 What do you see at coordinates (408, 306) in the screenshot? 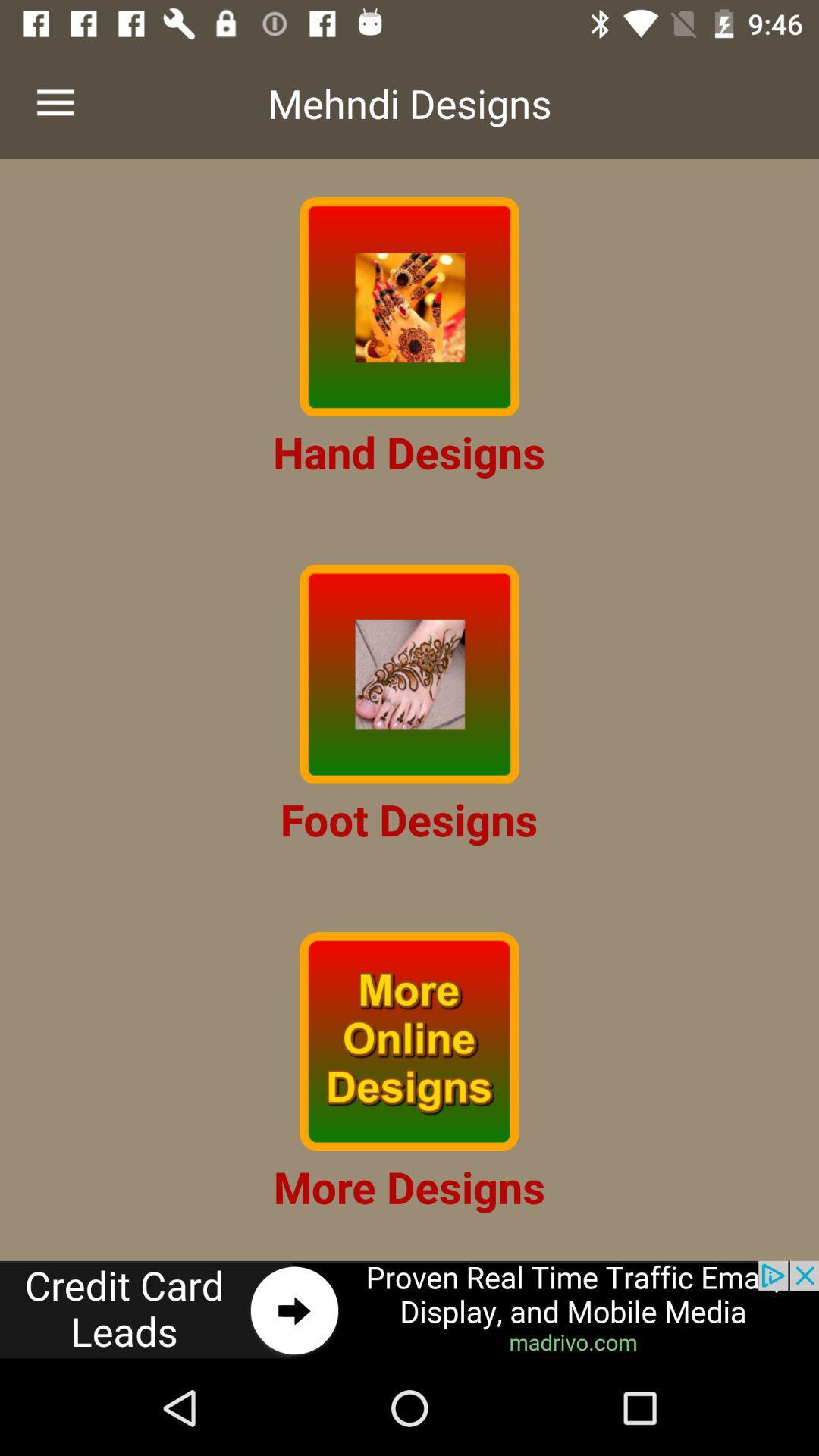
I see `hand designs` at bounding box center [408, 306].